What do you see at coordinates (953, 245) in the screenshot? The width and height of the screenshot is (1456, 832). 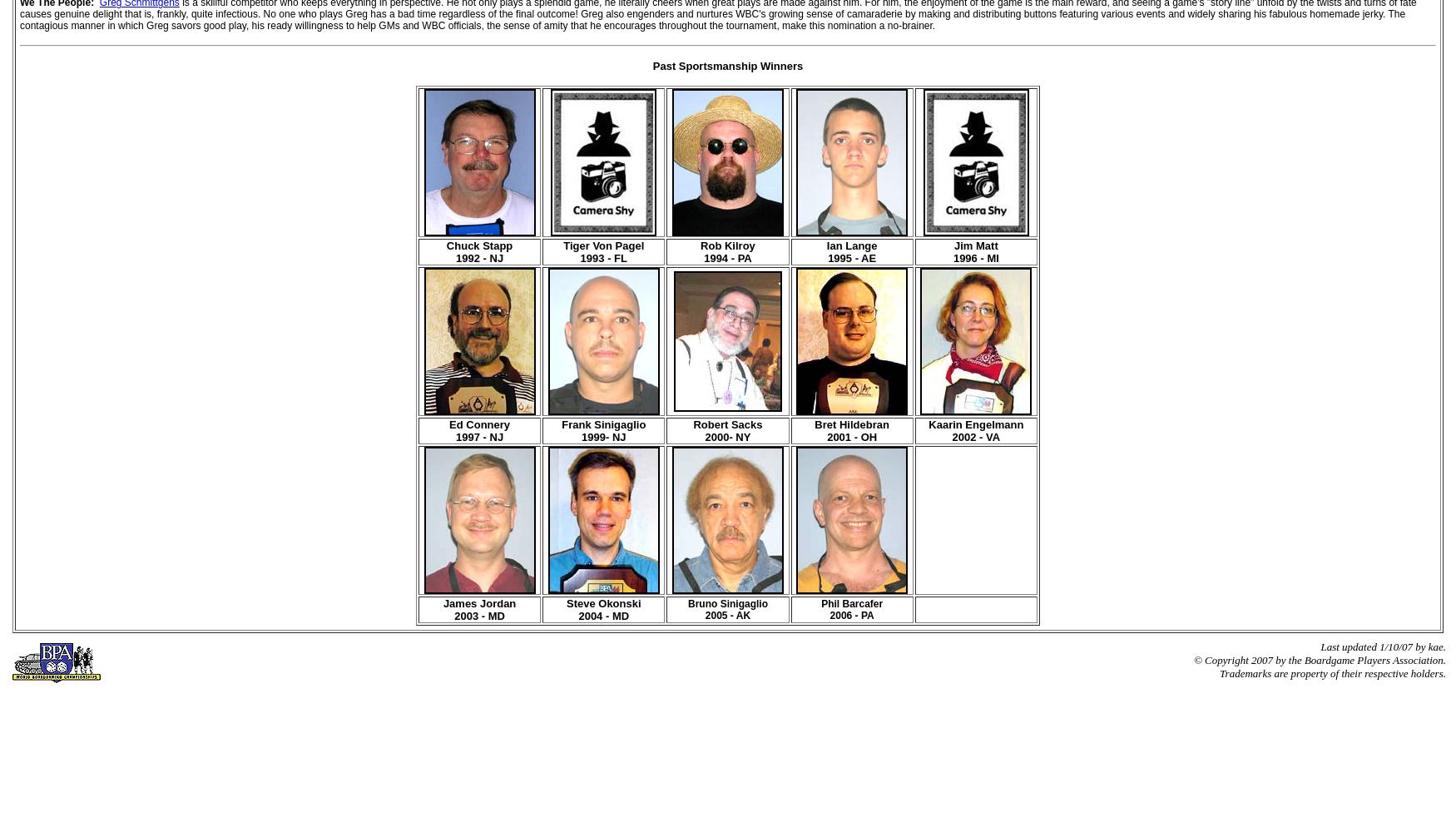 I see `'Jim Matt'` at bounding box center [953, 245].